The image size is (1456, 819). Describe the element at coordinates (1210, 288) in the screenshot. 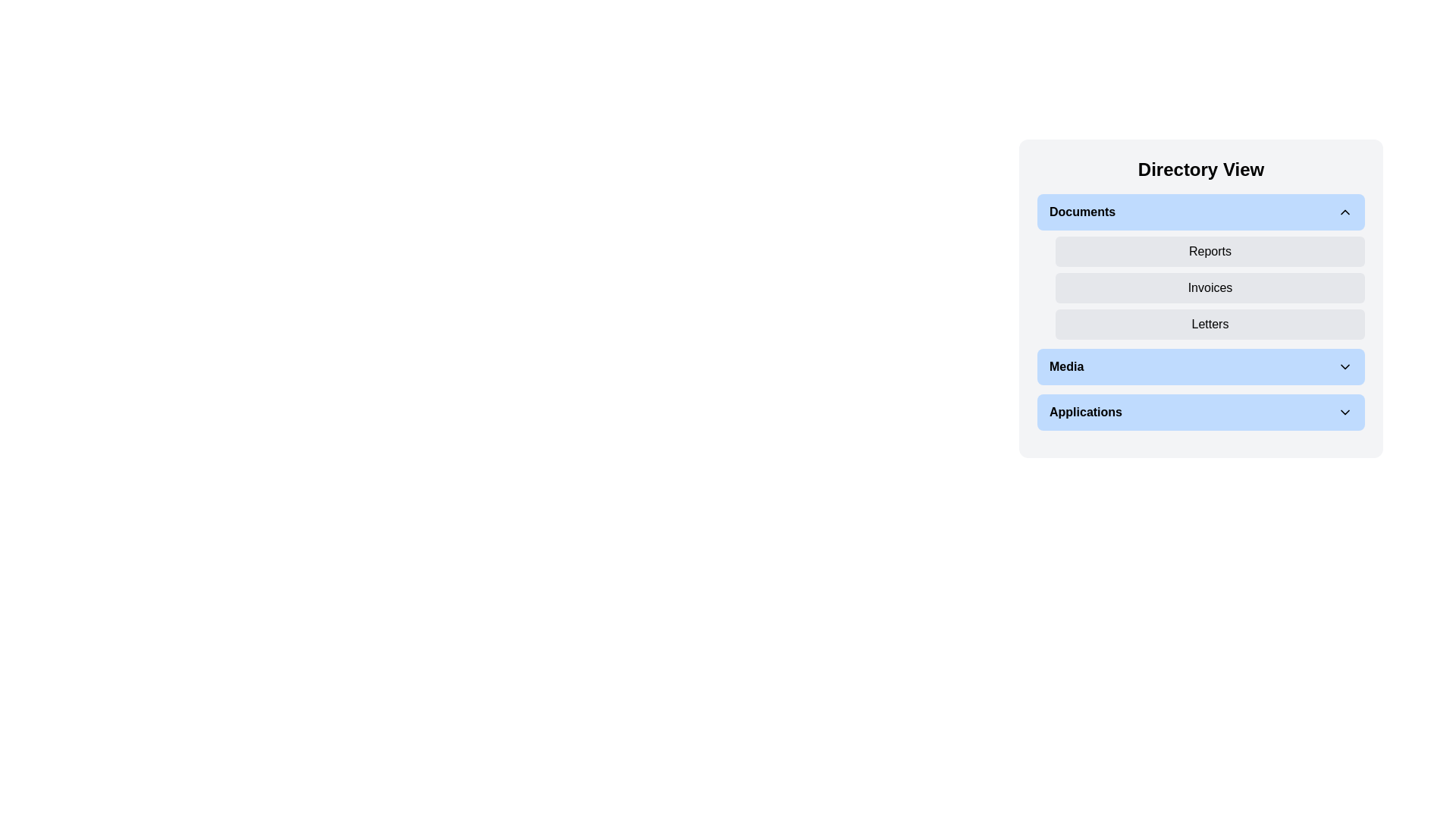

I see `the 'Invoices' button located in the vertical navigation list within the 'Documents' section of the 'Directory View' interface` at that location.